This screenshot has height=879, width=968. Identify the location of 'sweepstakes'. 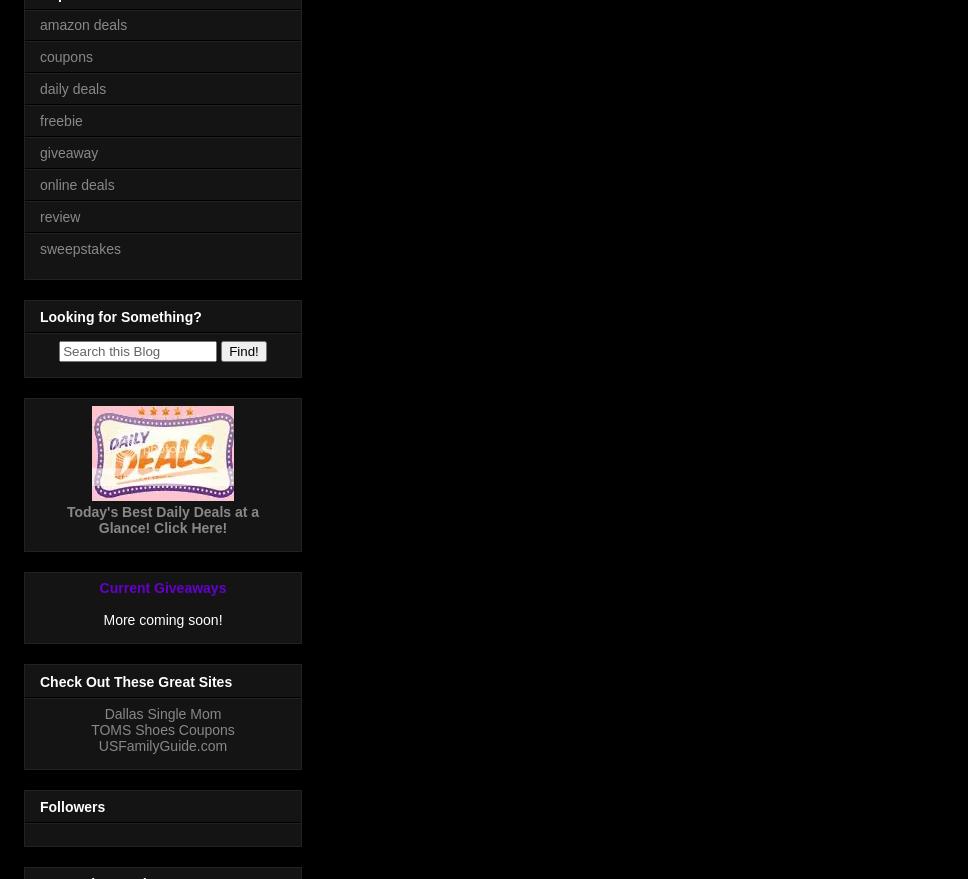
(78, 246).